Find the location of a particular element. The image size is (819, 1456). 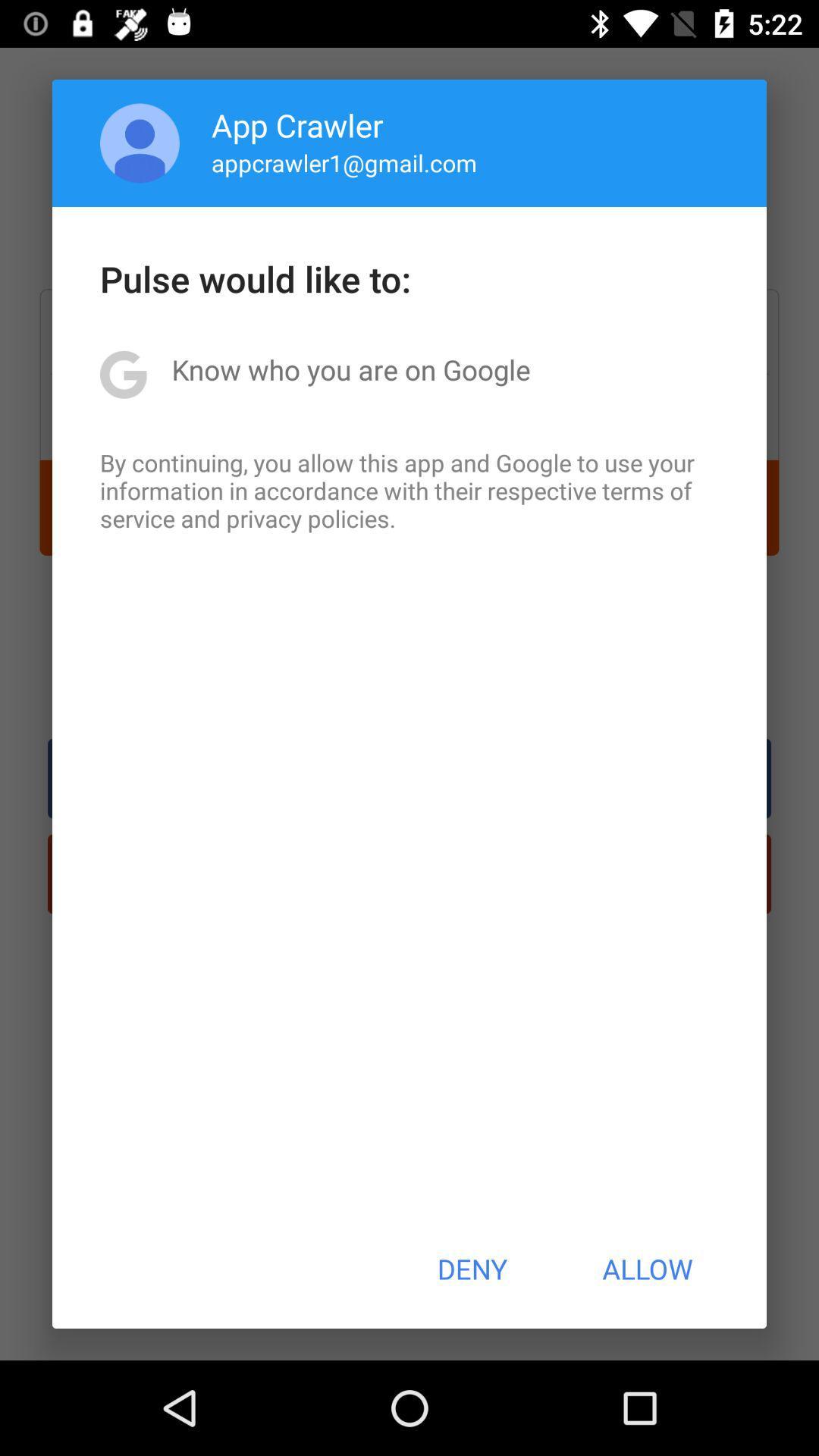

the icon above the by continuing you app is located at coordinates (351, 369).